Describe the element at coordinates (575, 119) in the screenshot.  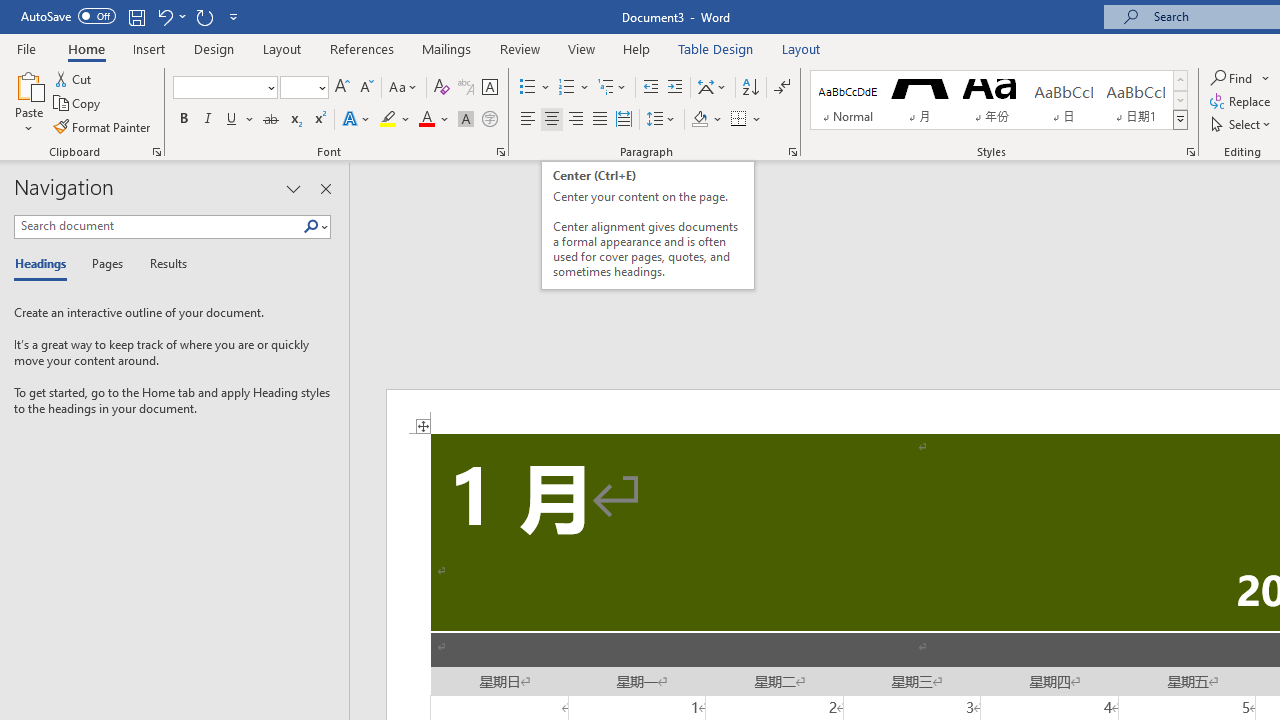
I see `'Align Right'` at that location.